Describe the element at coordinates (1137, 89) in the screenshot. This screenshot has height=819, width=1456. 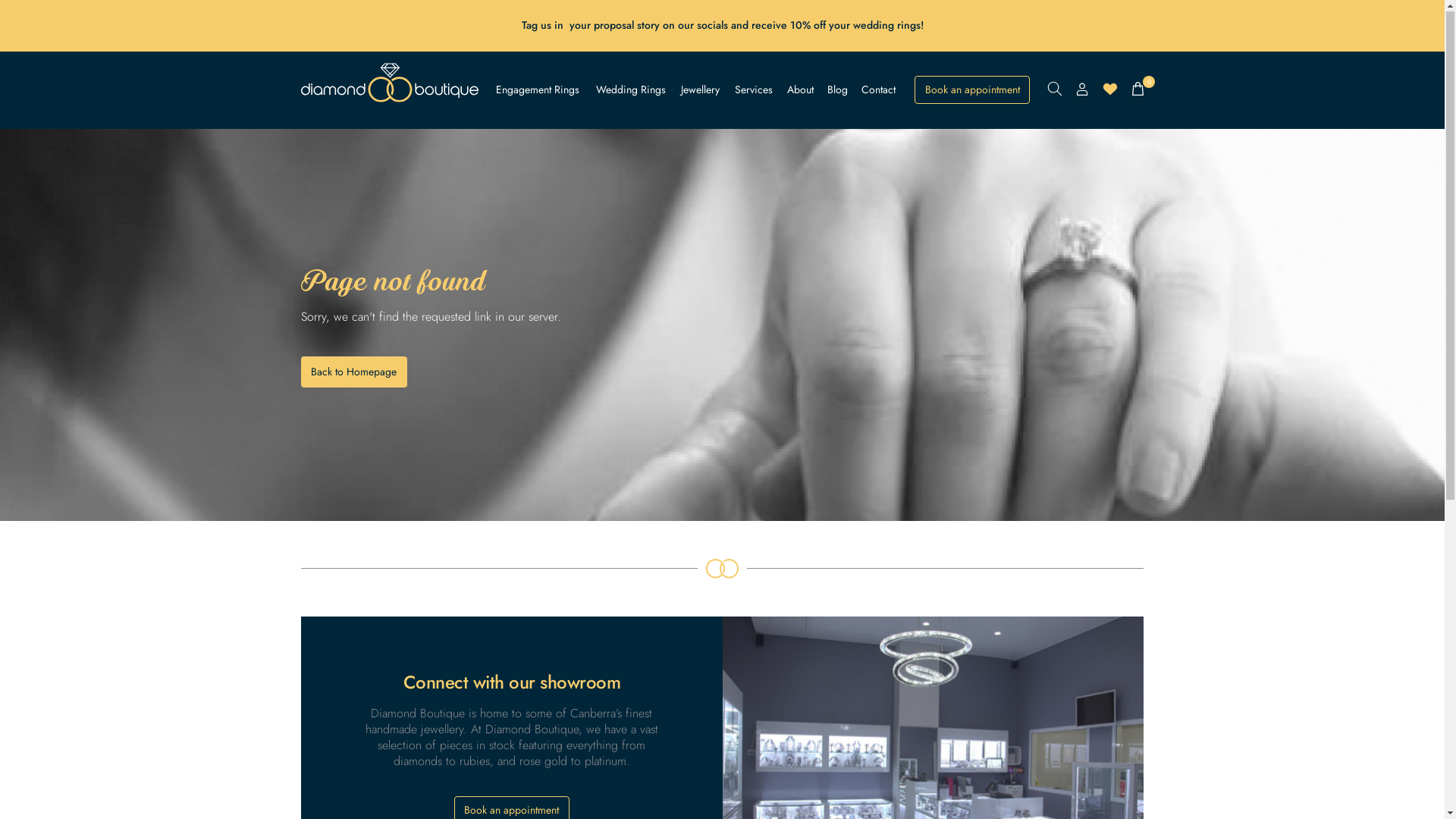
I see `'0'` at that location.